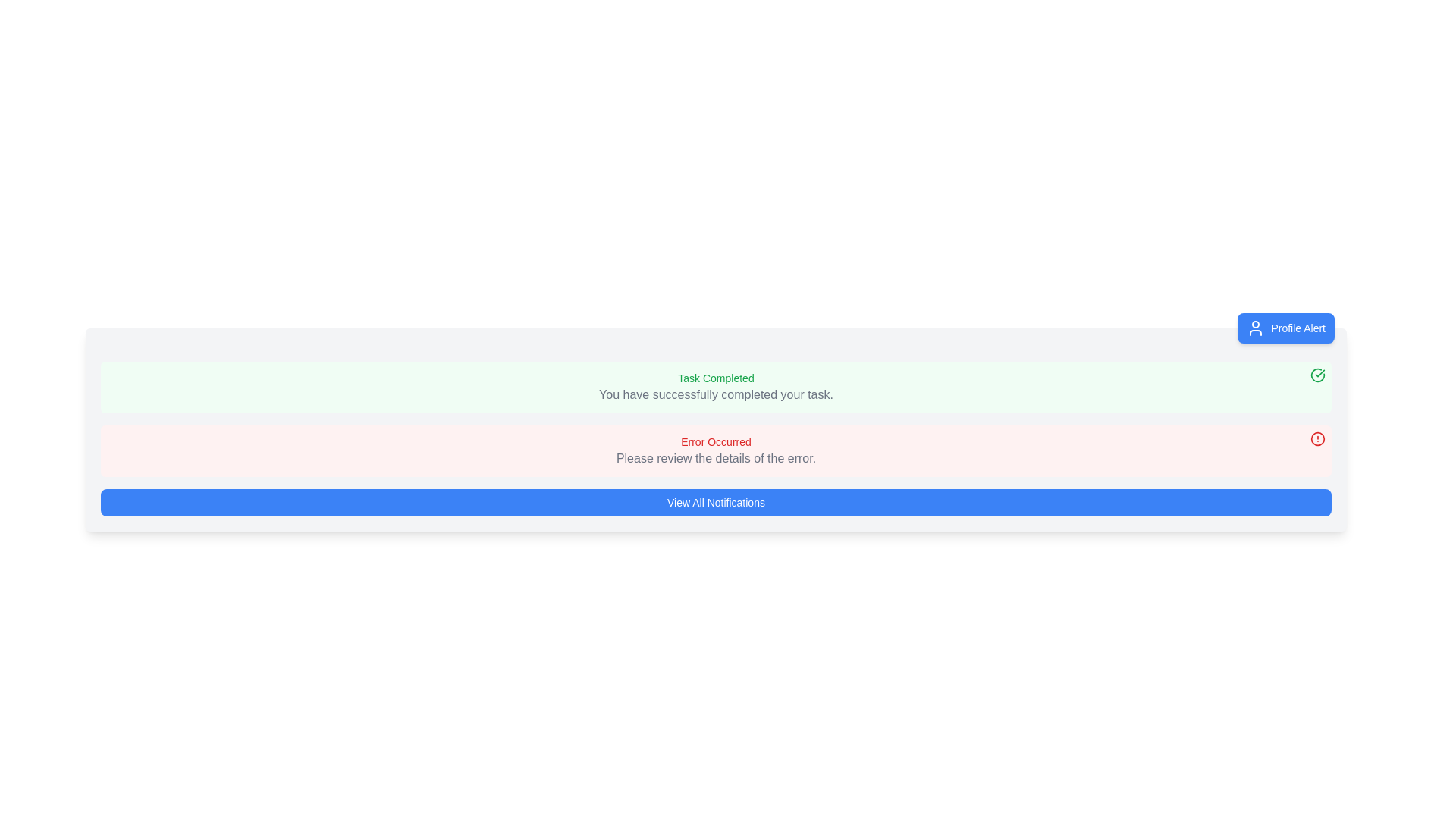 The width and height of the screenshot is (1456, 819). I want to click on the Circular Icon in the notification panel that indicates an error or alert, located adjacent to a red-backgrounded error description, so click(1316, 438).